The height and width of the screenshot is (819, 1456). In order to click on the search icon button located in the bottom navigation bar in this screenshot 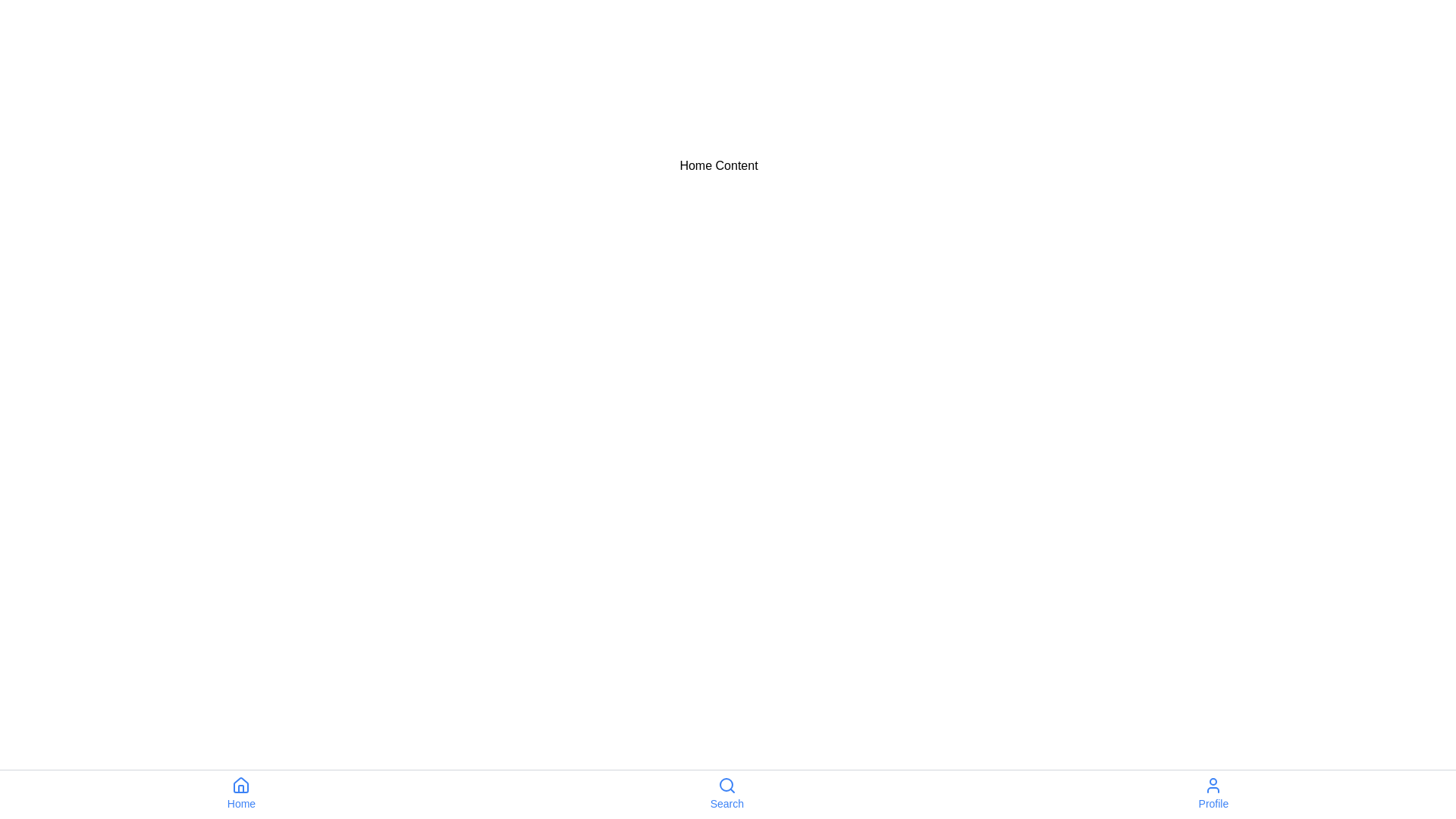, I will do `click(726, 785)`.